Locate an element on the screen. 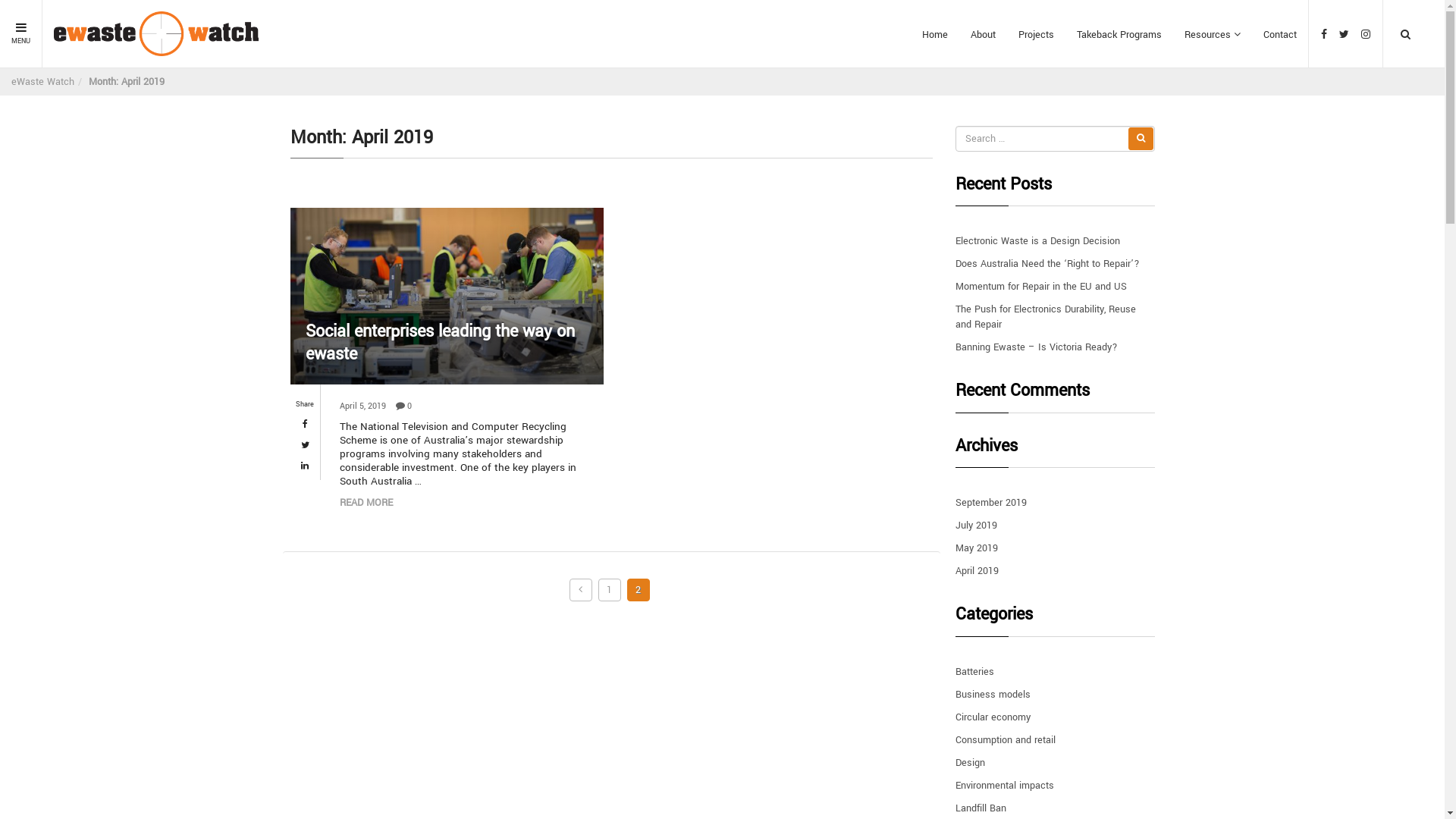  'eWaste Watch' is located at coordinates (42, 82).